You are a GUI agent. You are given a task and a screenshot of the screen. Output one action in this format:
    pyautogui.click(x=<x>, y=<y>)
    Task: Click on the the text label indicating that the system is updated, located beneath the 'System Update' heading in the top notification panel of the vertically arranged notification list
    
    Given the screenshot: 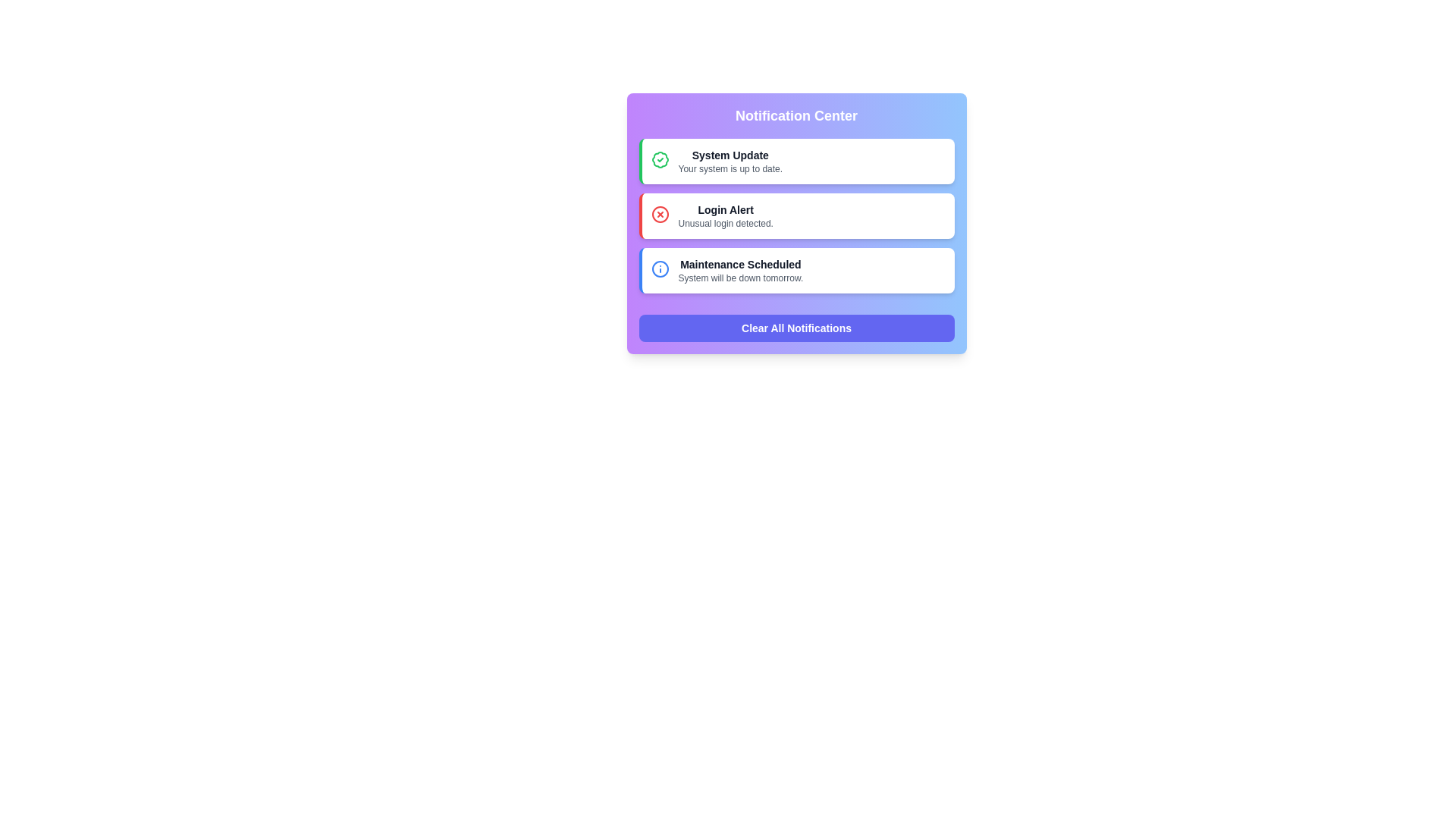 What is the action you would take?
    pyautogui.click(x=730, y=169)
    